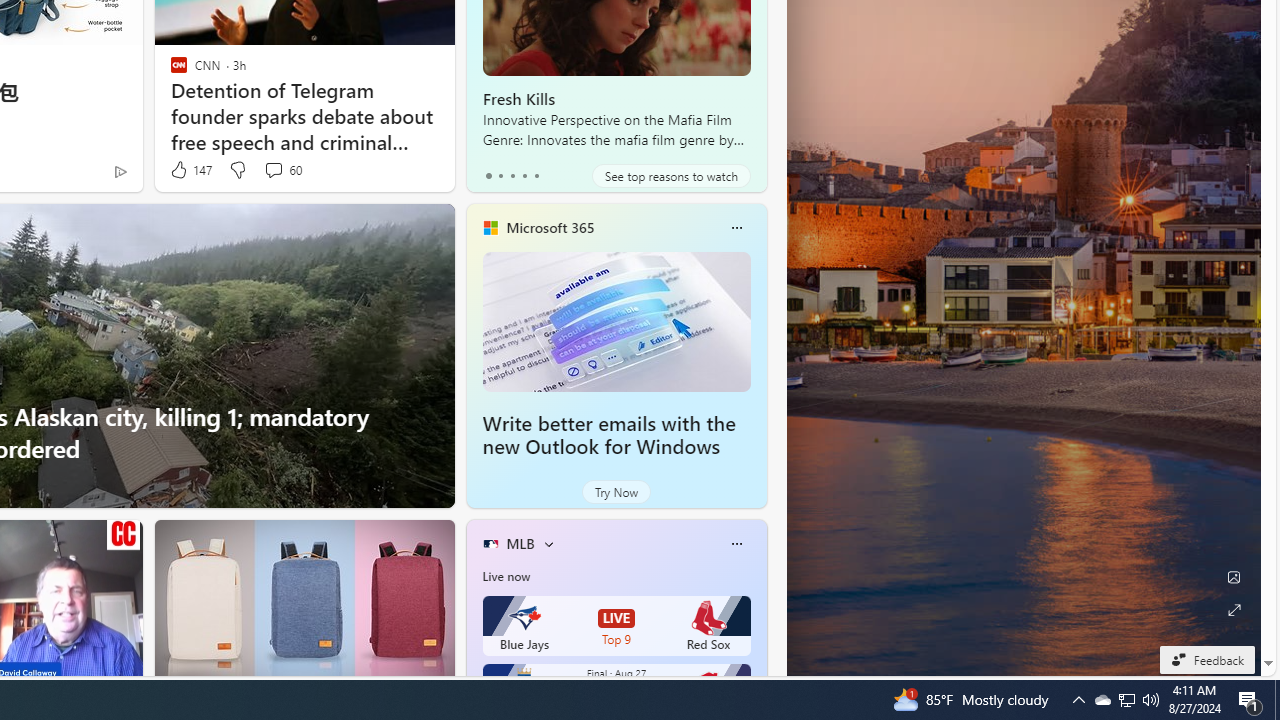 This screenshot has width=1280, height=720. Describe the element at coordinates (615, 625) in the screenshot. I see `'Blue Jays LIVE Top 9 Red Sox'` at that location.